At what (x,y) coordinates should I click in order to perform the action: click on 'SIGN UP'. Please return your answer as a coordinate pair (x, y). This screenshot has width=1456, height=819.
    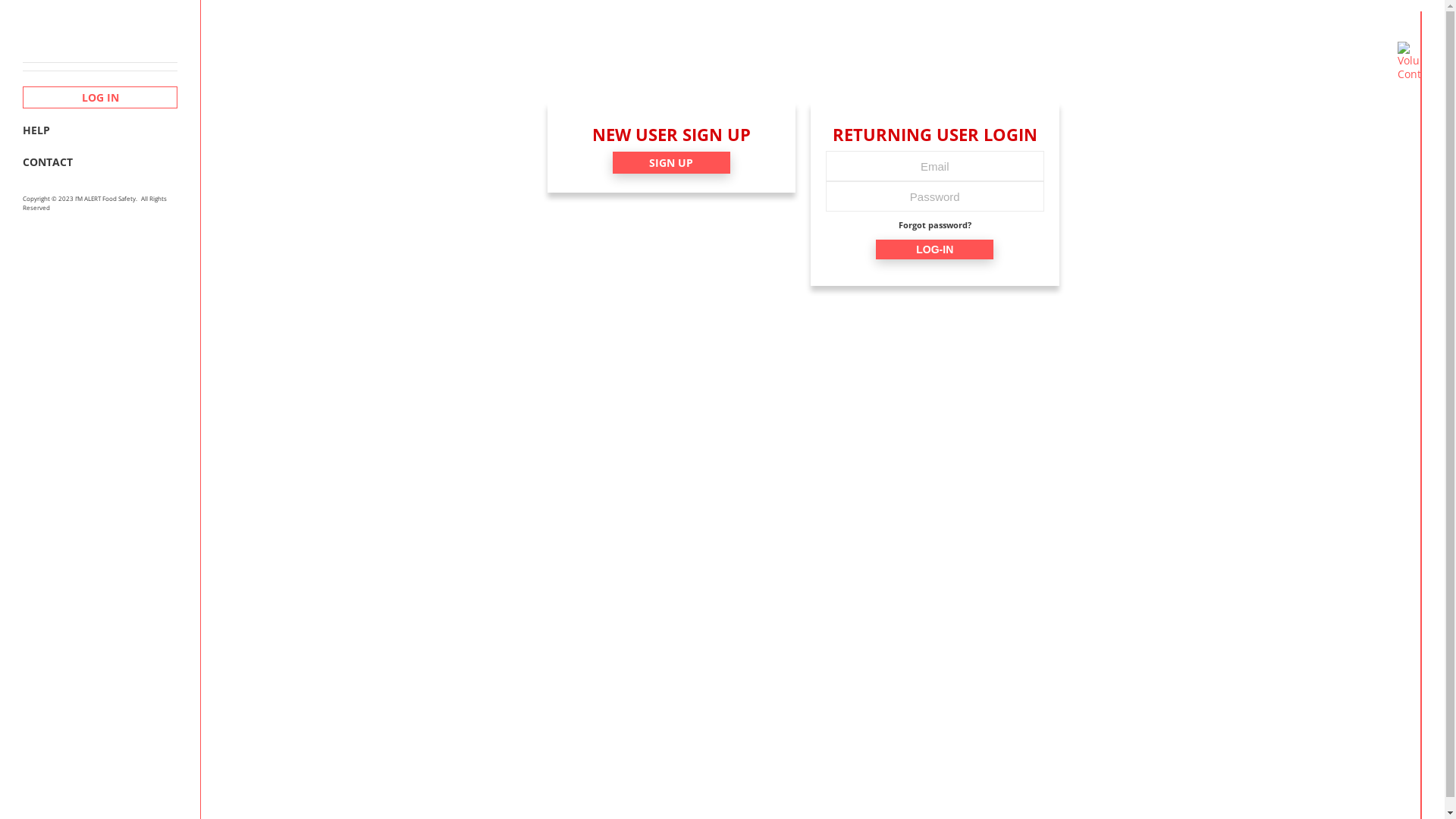
    Looking at the image, I should click on (612, 162).